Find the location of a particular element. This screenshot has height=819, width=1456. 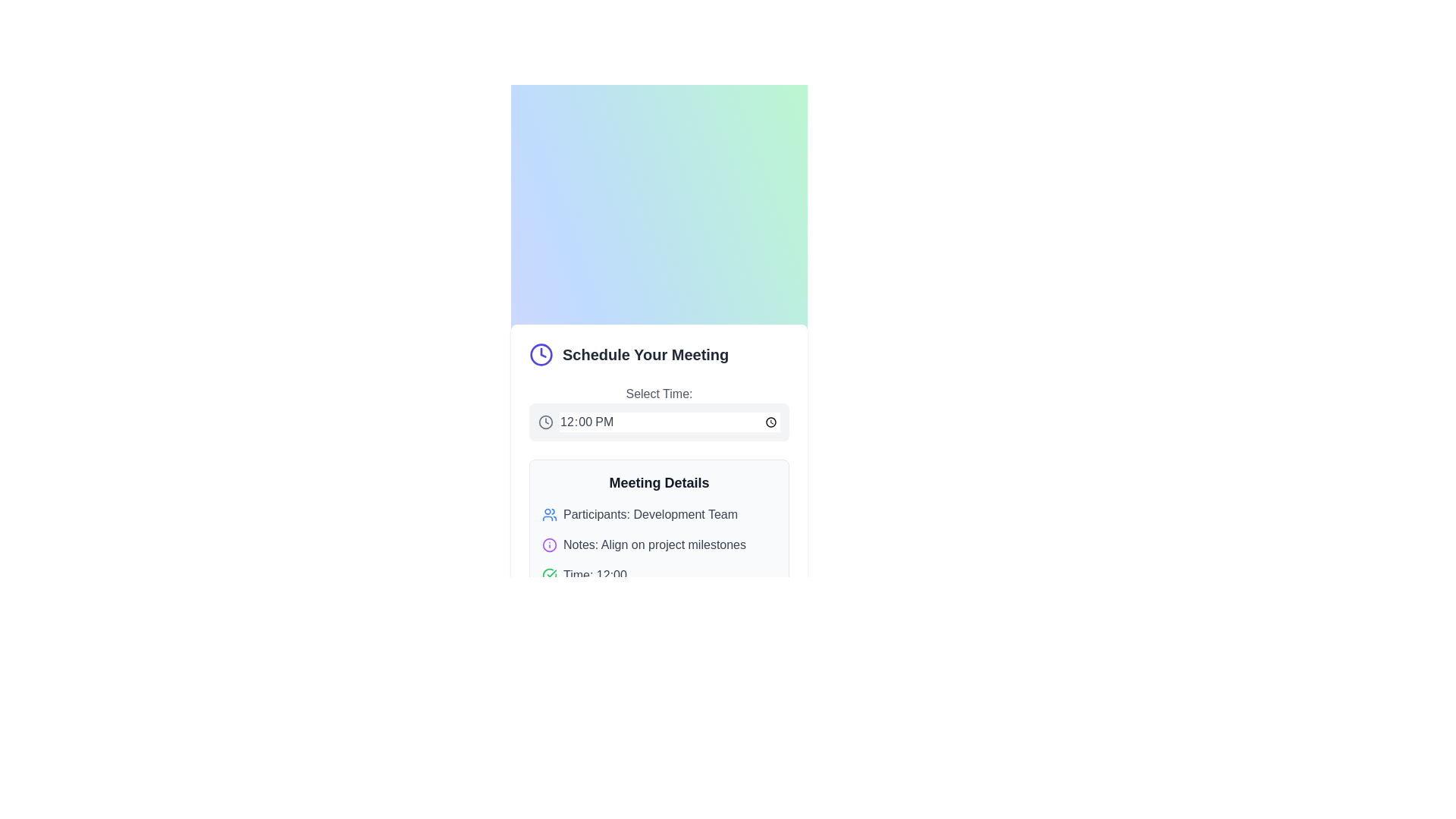

the circular element representing the border of the clock icon, located on the left side of the 'Schedule Your Meeting' header label is located at coordinates (546, 422).